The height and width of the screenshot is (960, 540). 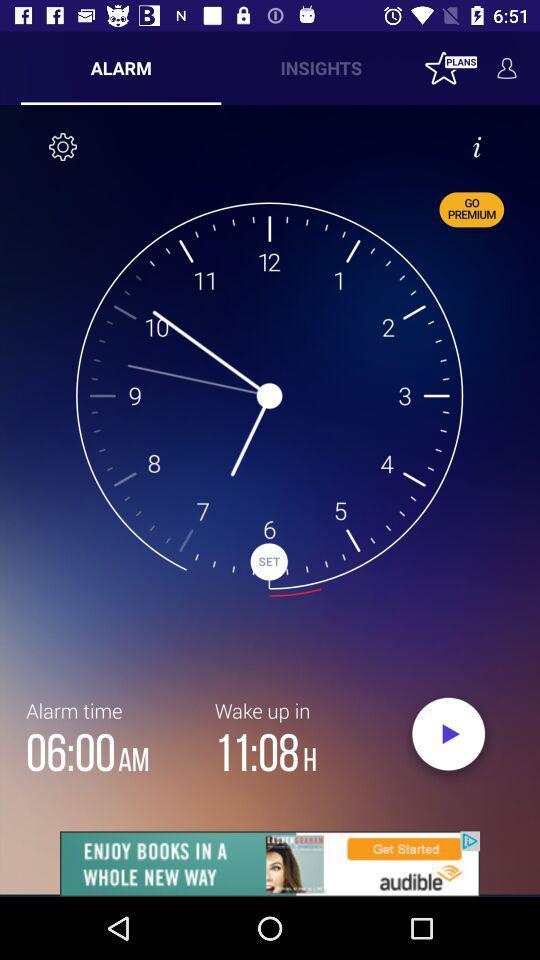 What do you see at coordinates (270, 863) in the screenshot?
I see `details about advertisement` at bounding box center [270, 863].